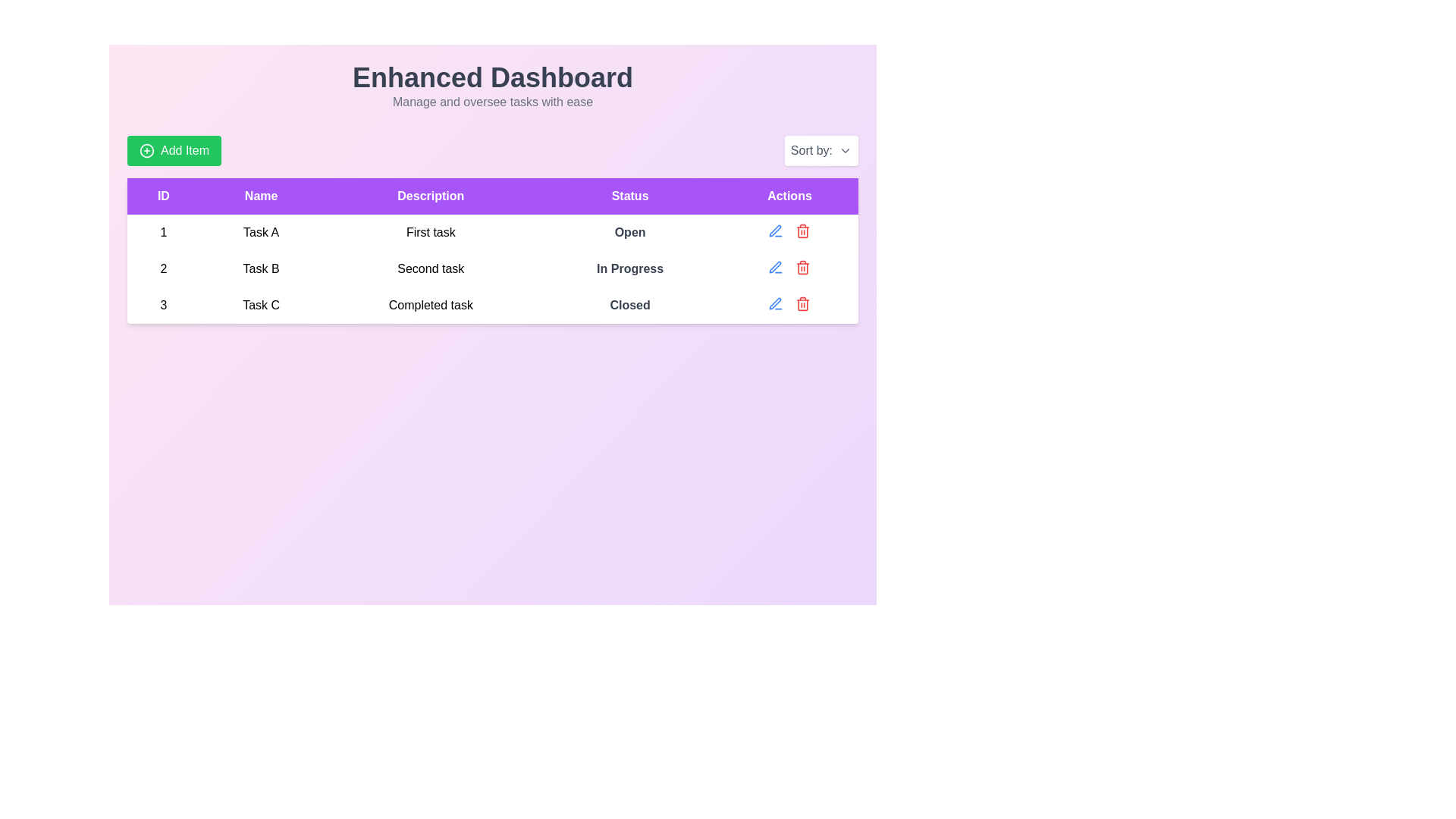 This screenshot has width=1456, height=819. I want to click on the 'circle plus' icon located at the center of the green 'Add Item' button, which features a bold label and is positioned above a table, so click(146, 151).